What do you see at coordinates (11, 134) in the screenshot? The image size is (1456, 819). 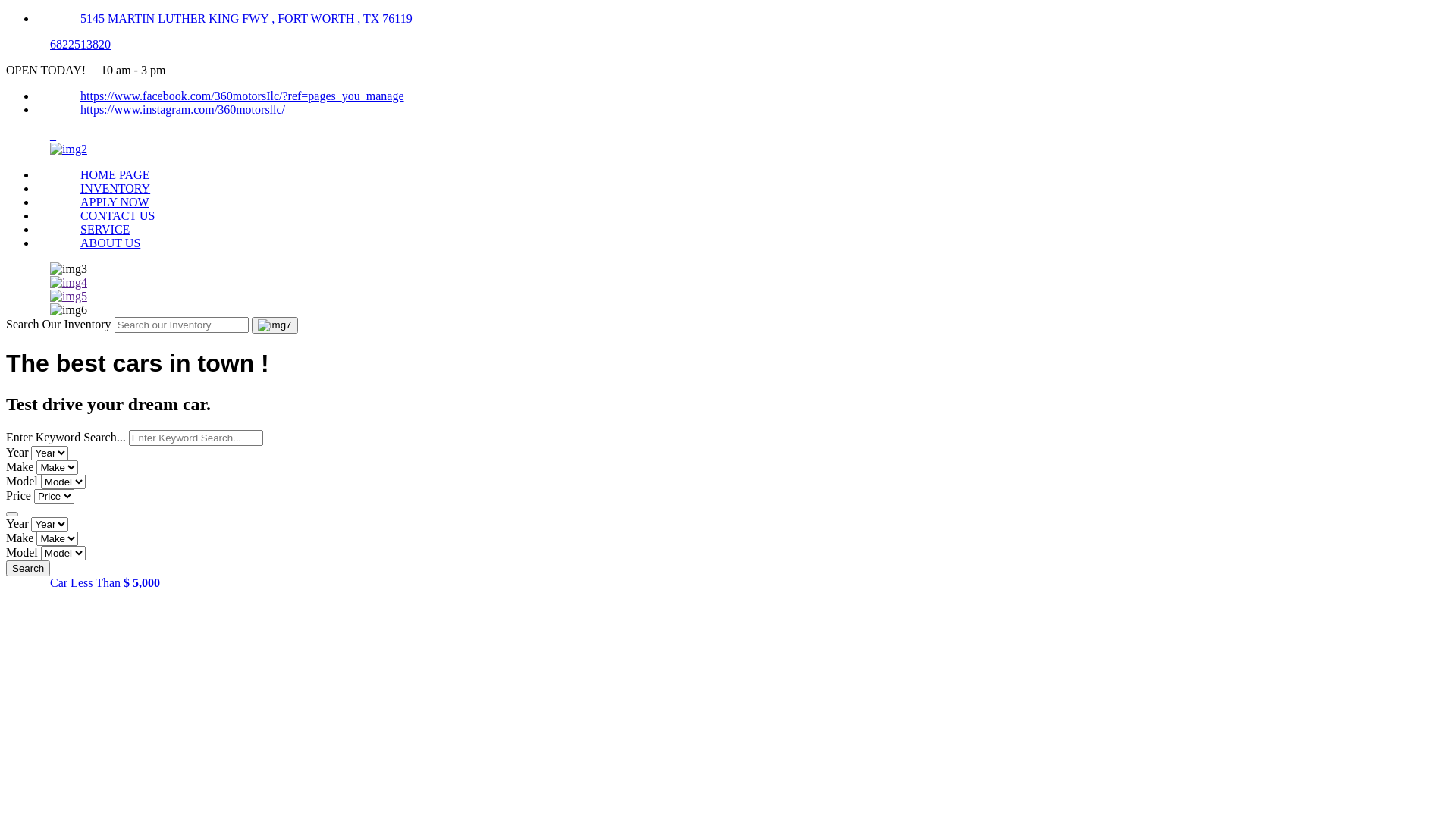 I see `'_'` at bounding box center [11, 134].